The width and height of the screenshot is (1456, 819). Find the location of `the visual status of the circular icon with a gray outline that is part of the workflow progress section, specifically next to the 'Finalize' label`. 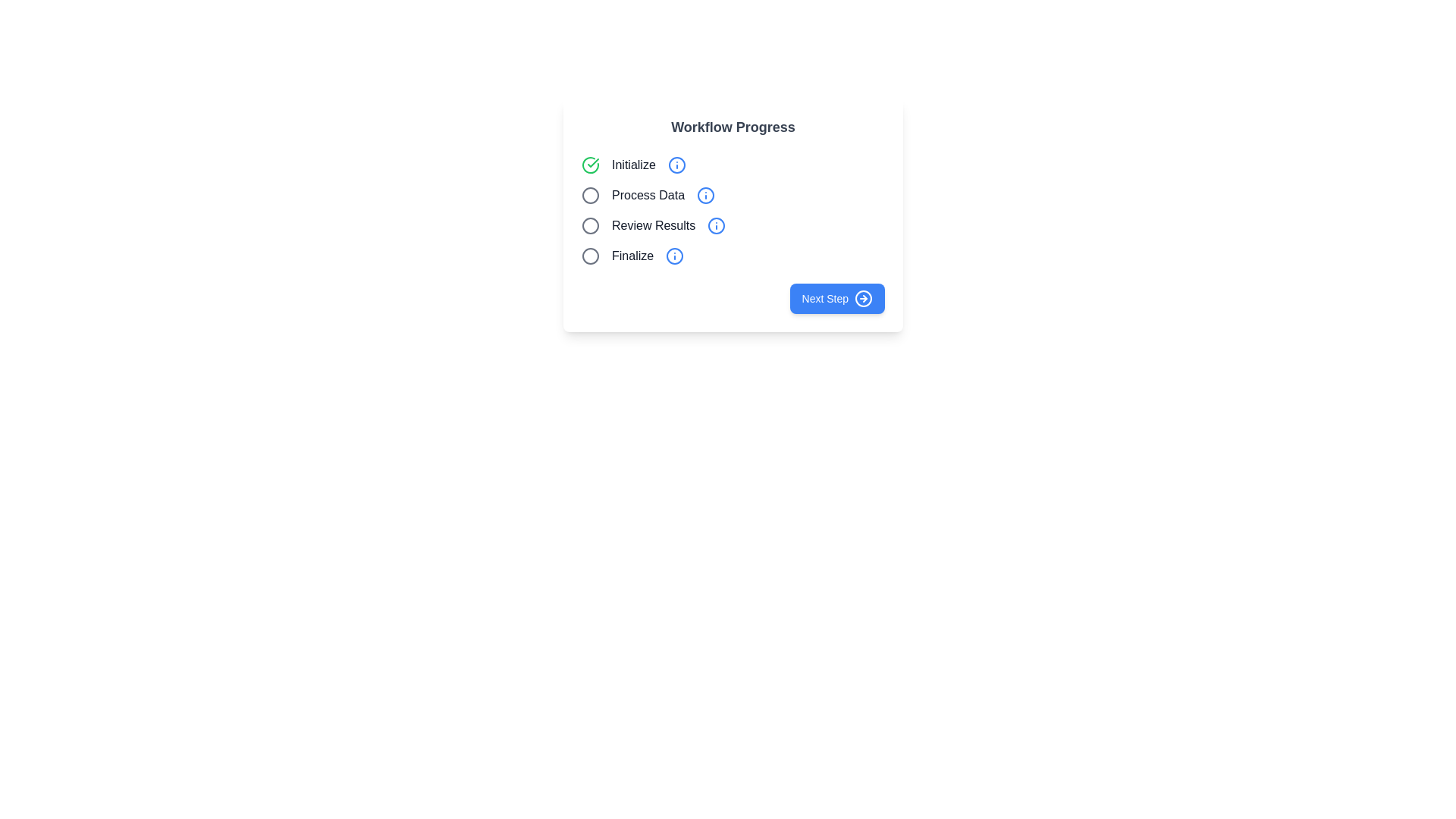

the visual status of the circular icon with a gray outline that is part of the workflow progress section, specifically next to the 'Finalize' label is located at coordinates (589, 256).